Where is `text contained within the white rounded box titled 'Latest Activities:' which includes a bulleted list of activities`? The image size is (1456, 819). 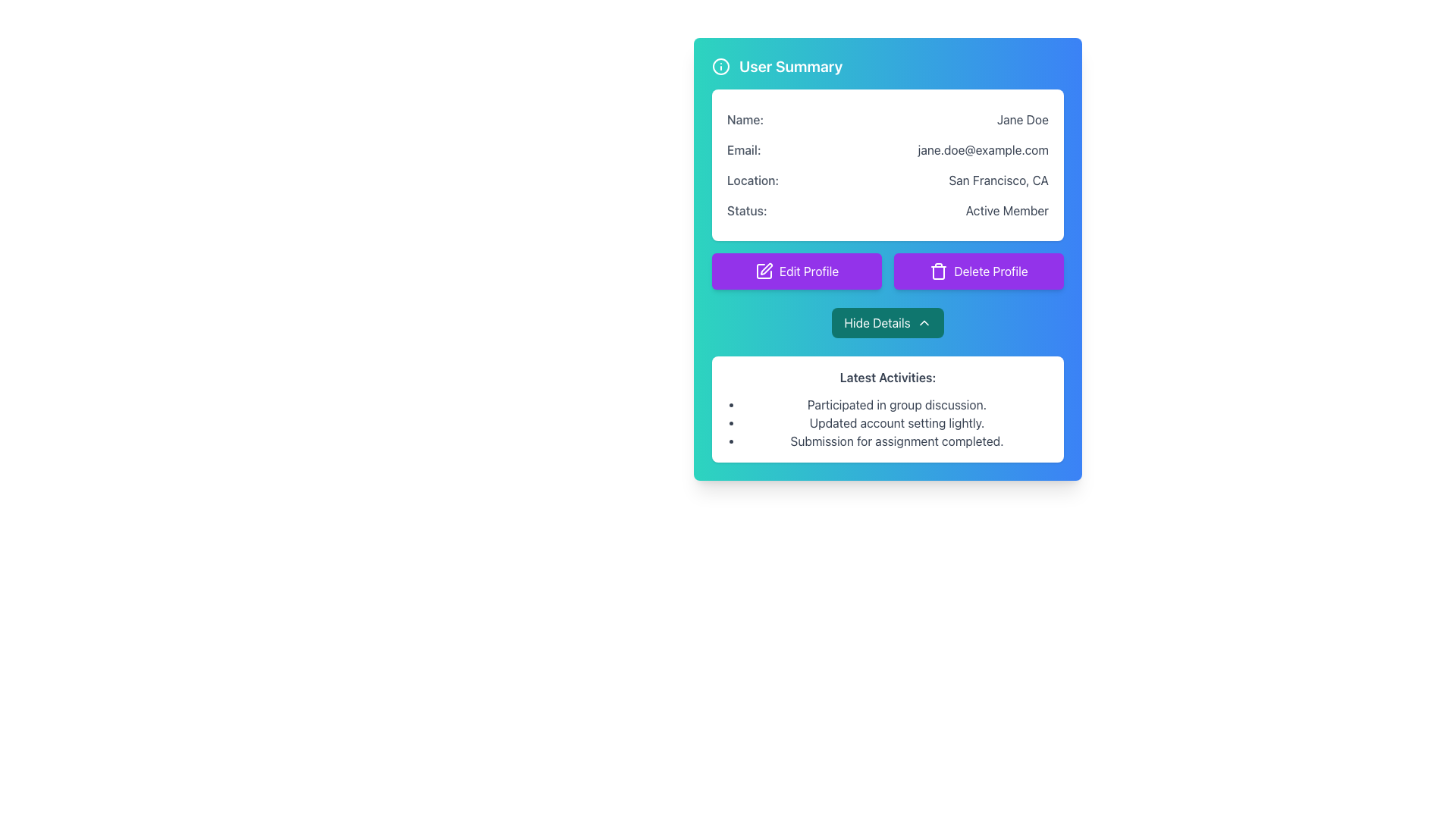
text contained within the white rounded box titled 'Latest Activities:' which includes a bulleted list of activities is located at coordinates (888, 409).